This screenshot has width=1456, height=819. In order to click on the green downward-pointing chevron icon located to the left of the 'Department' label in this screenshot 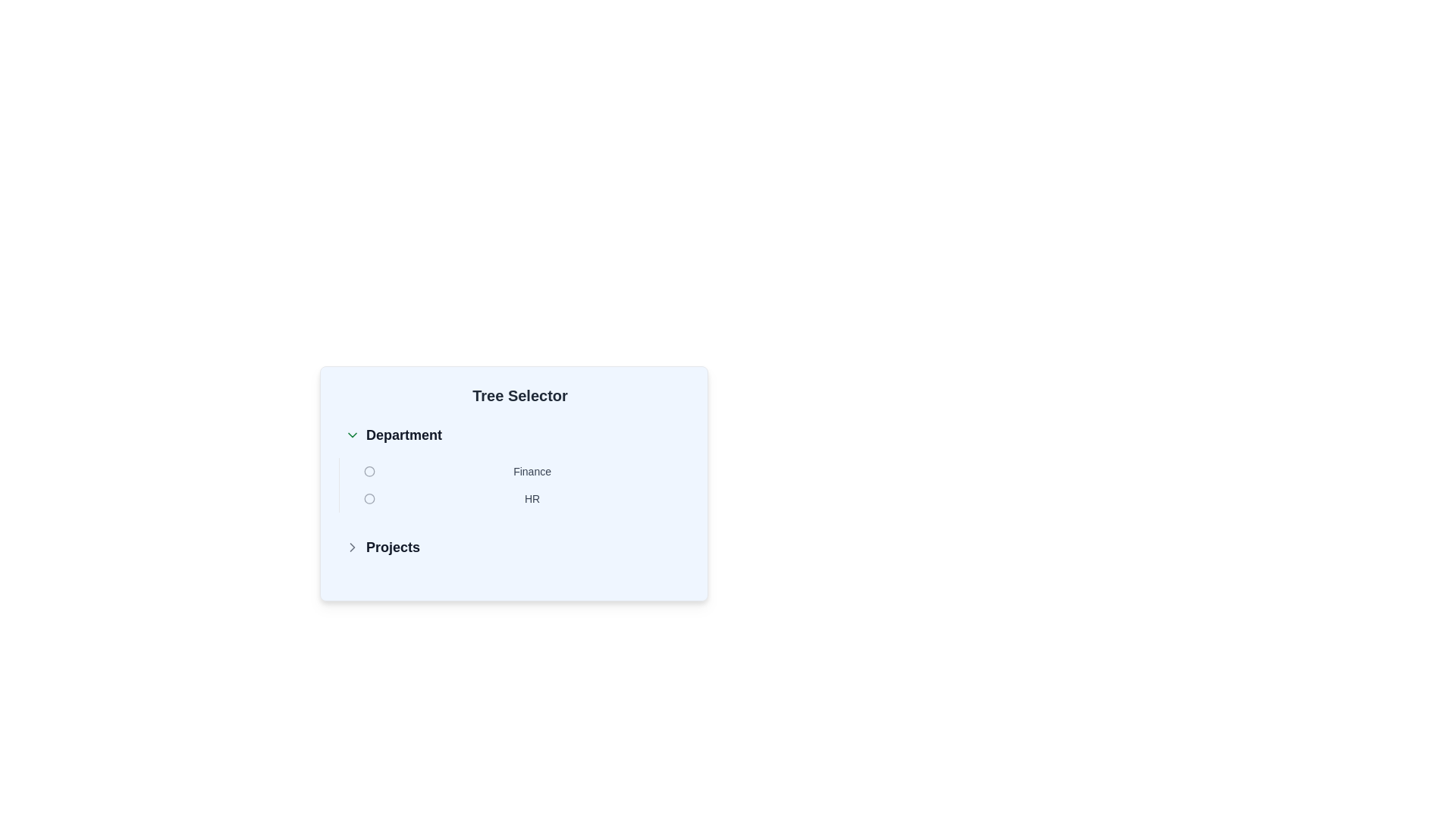, I will do `click(352, 435)`.